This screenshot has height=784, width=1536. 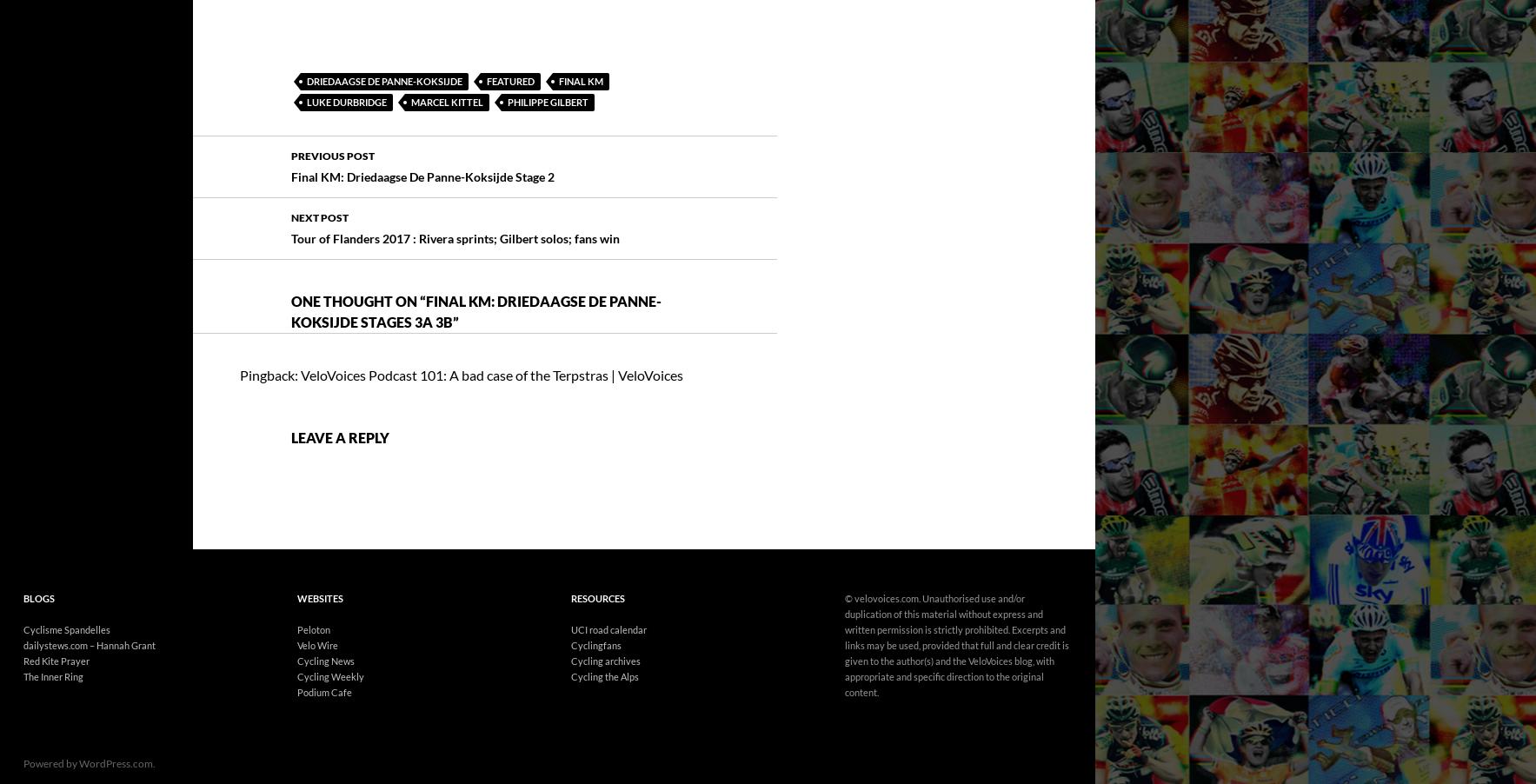 I want to click on 'Marcel Kittel', so click(x=447, y=52).